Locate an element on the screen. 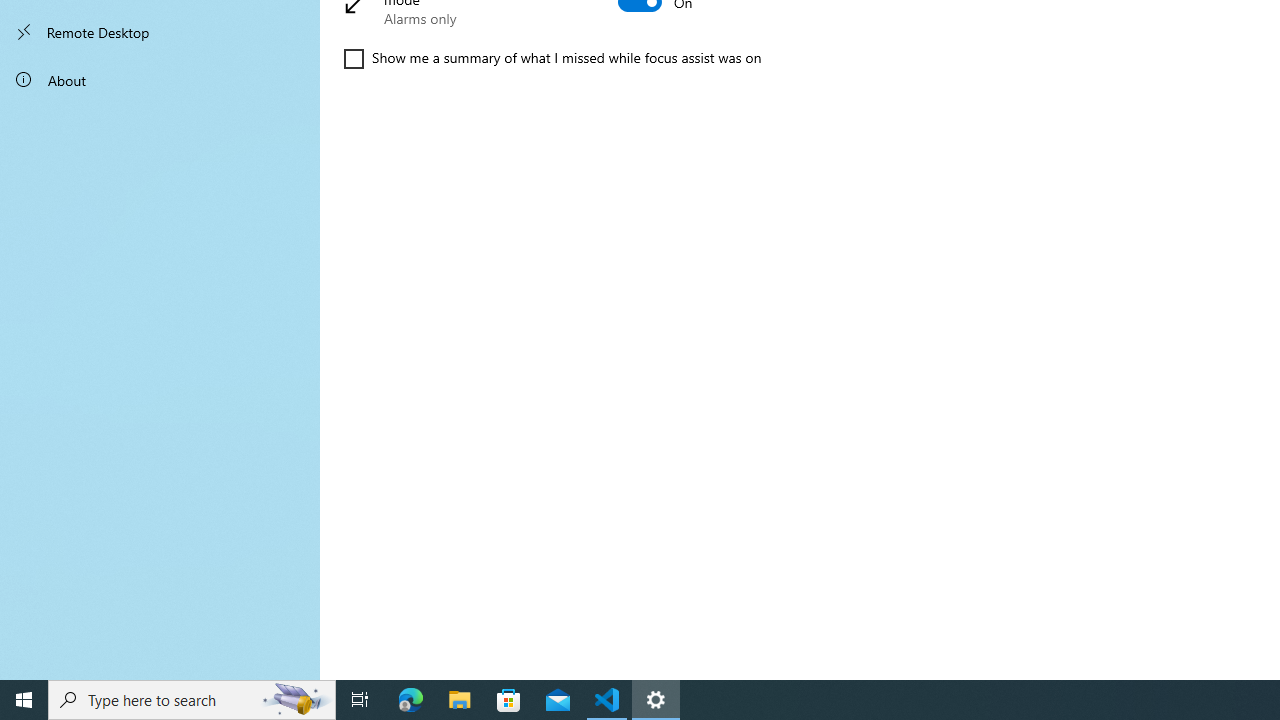 Image resolution: width=1280 pixels, height=720 pixels. 'Settings - 1 running window' is located at coordinates (656, 698).